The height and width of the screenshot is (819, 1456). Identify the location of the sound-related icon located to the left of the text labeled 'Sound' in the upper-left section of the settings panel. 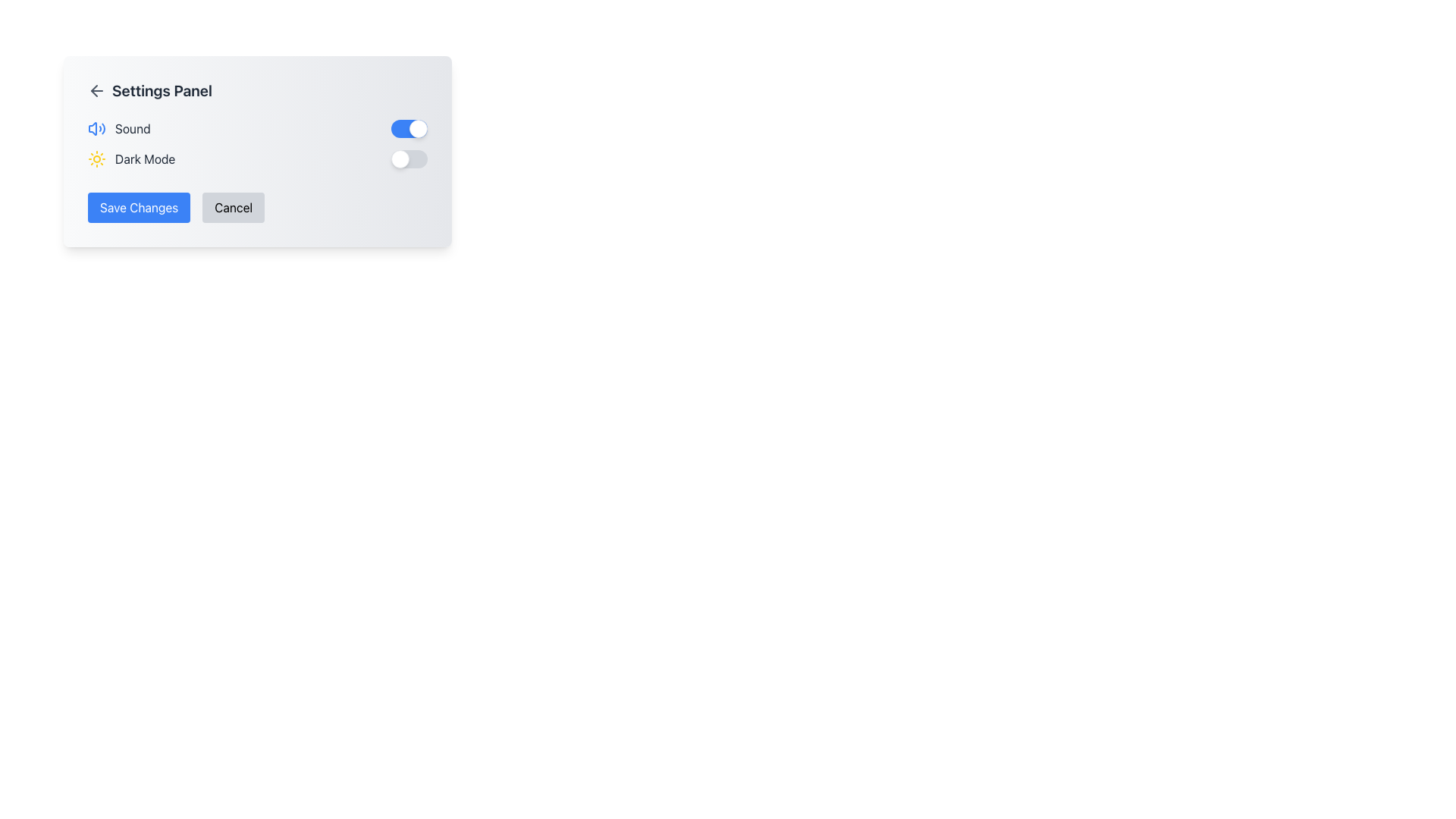
(92, 127).